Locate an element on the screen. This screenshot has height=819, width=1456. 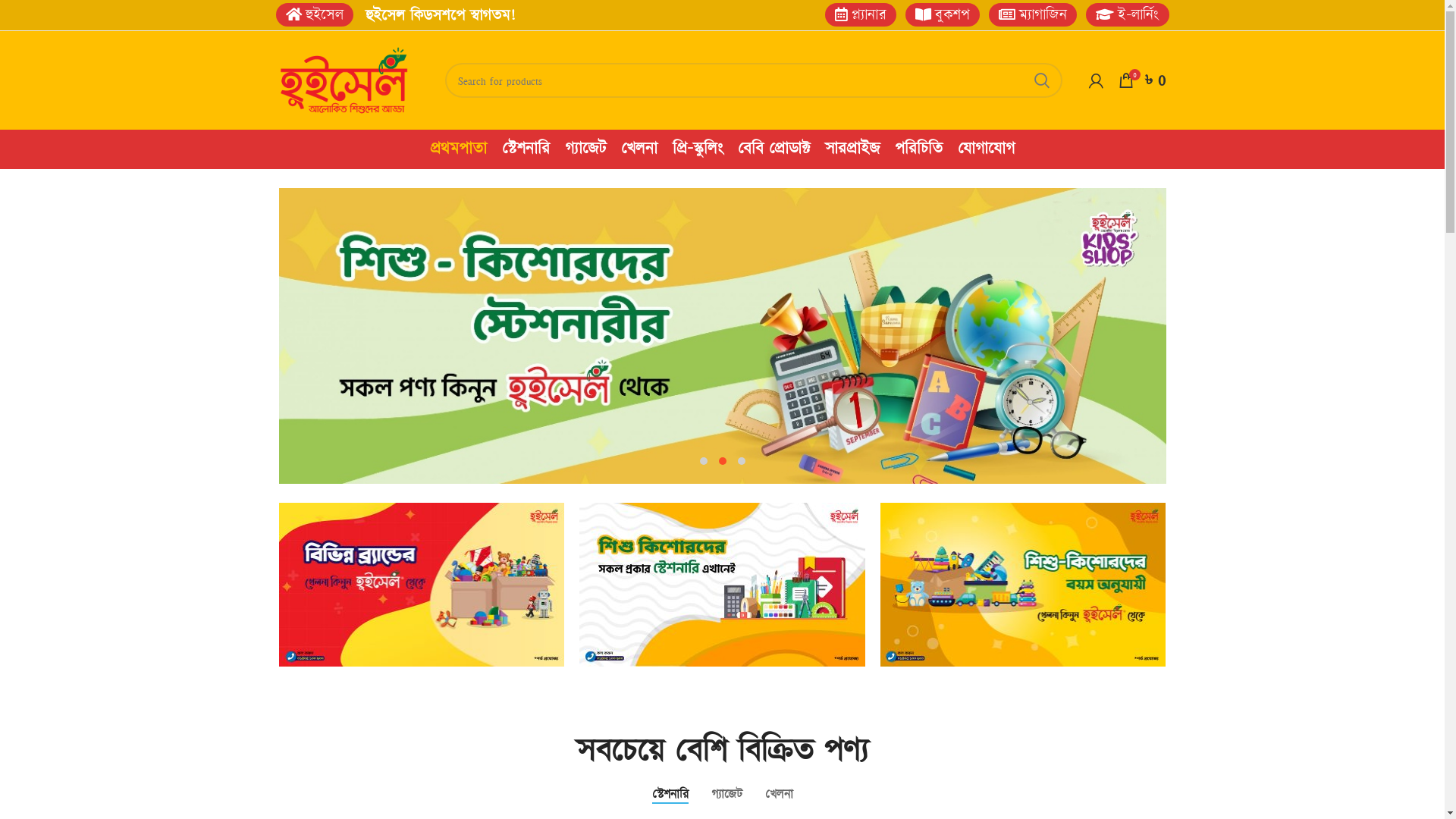
'banner2' is located at coordinates (721, 584).